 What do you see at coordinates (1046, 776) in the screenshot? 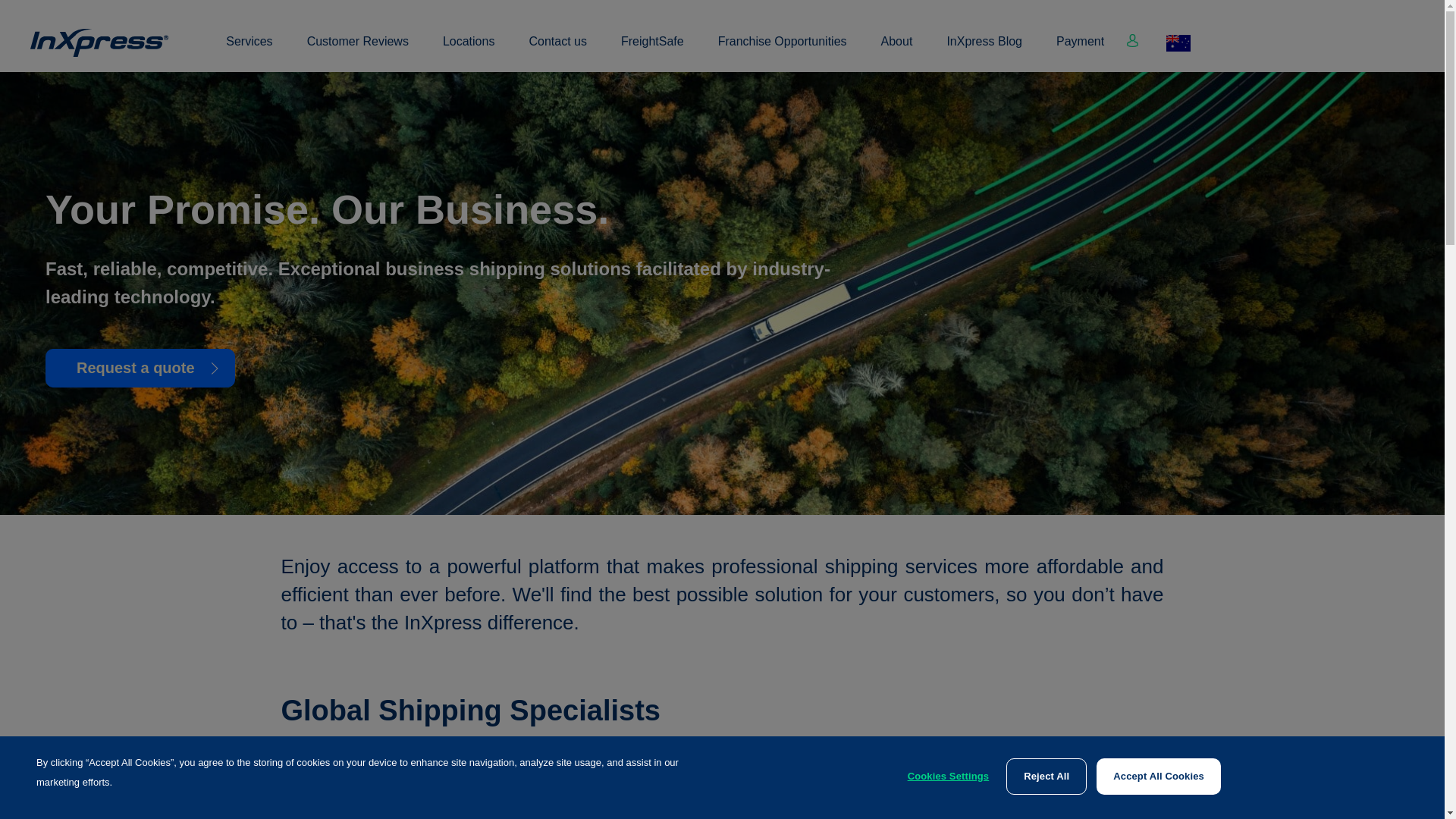
I see `'Reject All'` at bounding box center [1046, 776].